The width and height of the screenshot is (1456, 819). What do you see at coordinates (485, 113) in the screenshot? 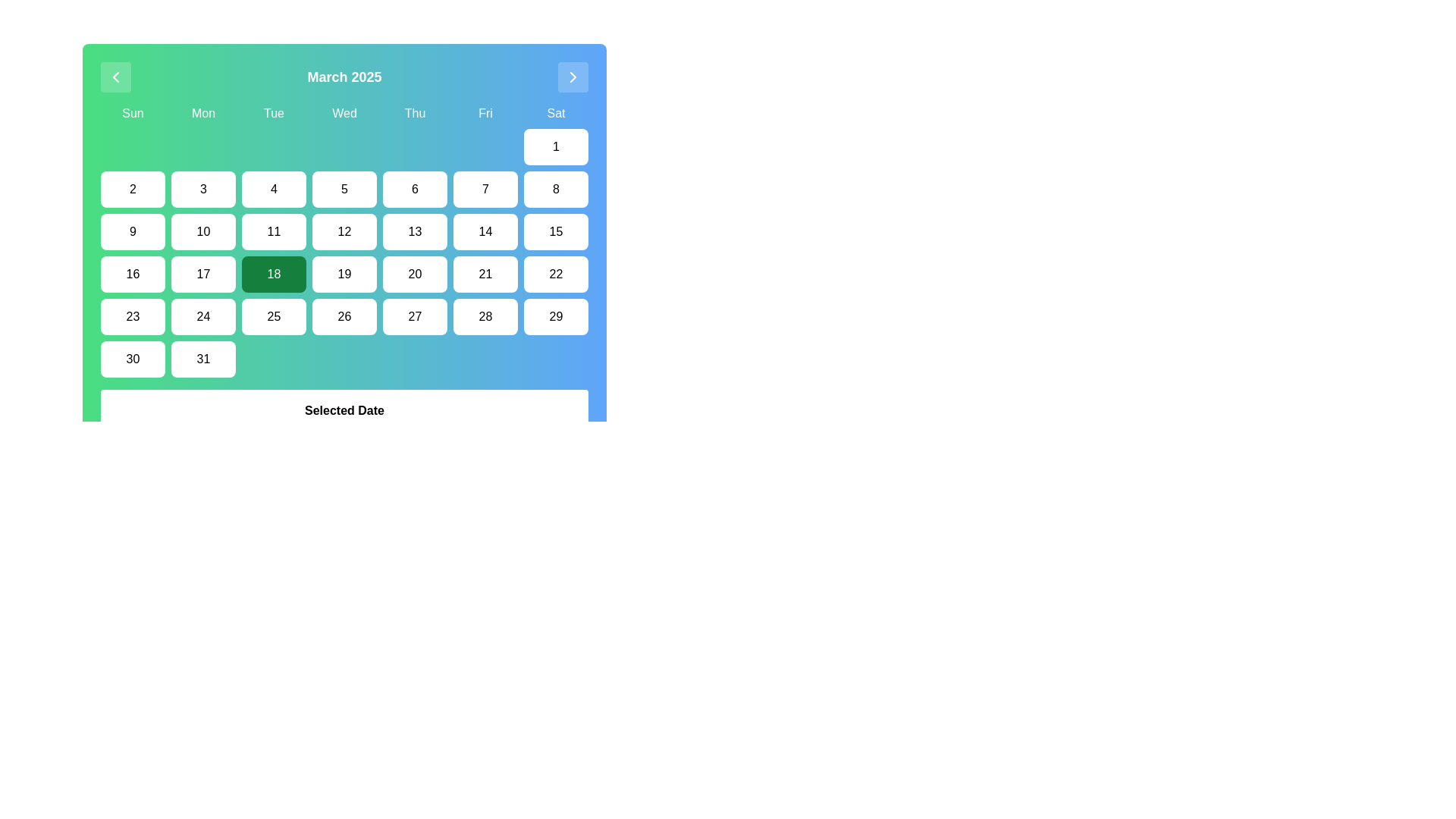
I see `text displayed in the TextLabel element that shows the abbreviation 'Fri', which is part of the weekday header row in a calendar layout` at bounding box center [485, 113].